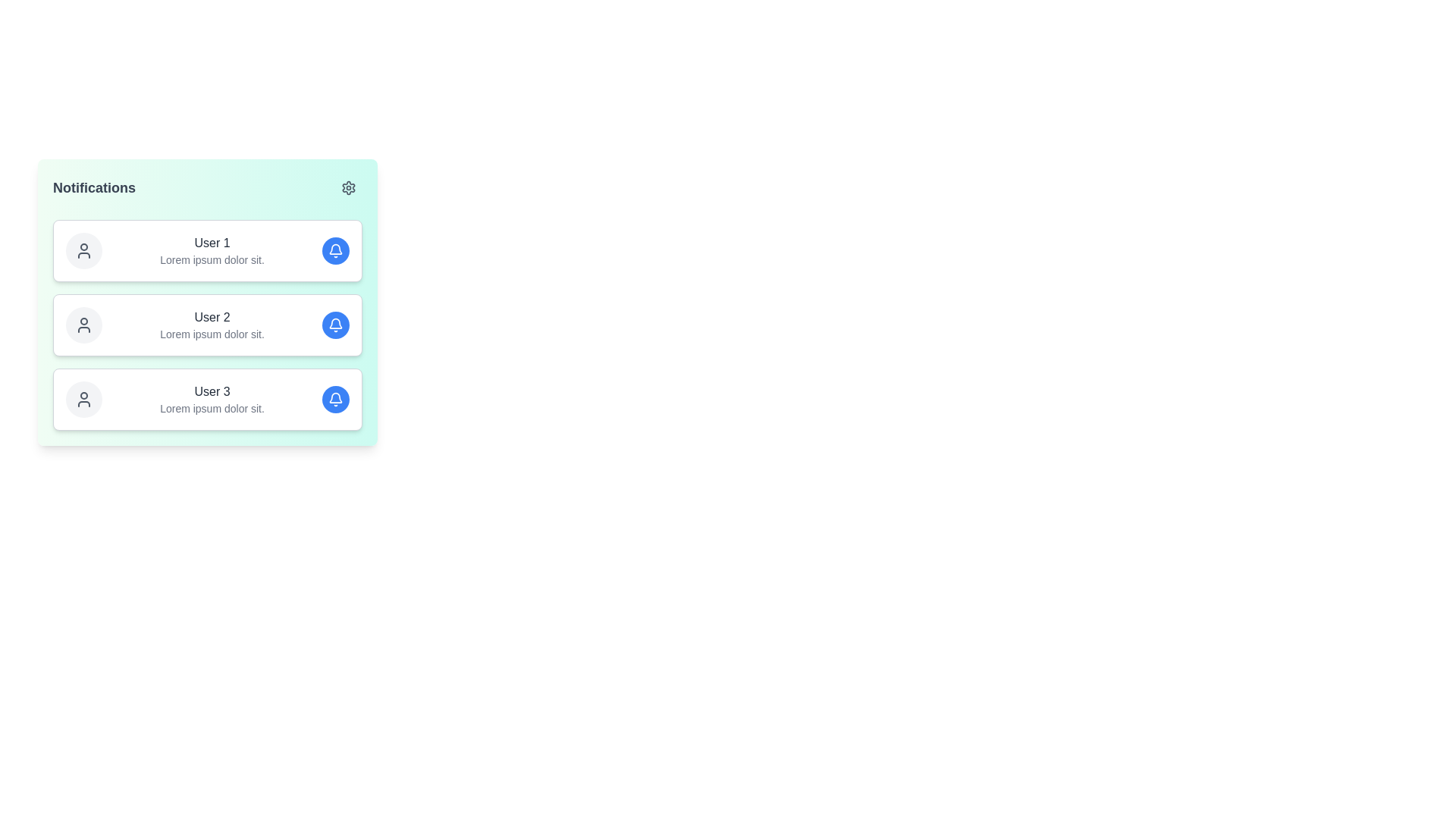 The image size is (1456, 819). Describe the element at coordinates (83, 324) in the screenshot. I see `the user profile icon associated with 'User 2' in the notification card, positioned to the left of the text information` at that location.